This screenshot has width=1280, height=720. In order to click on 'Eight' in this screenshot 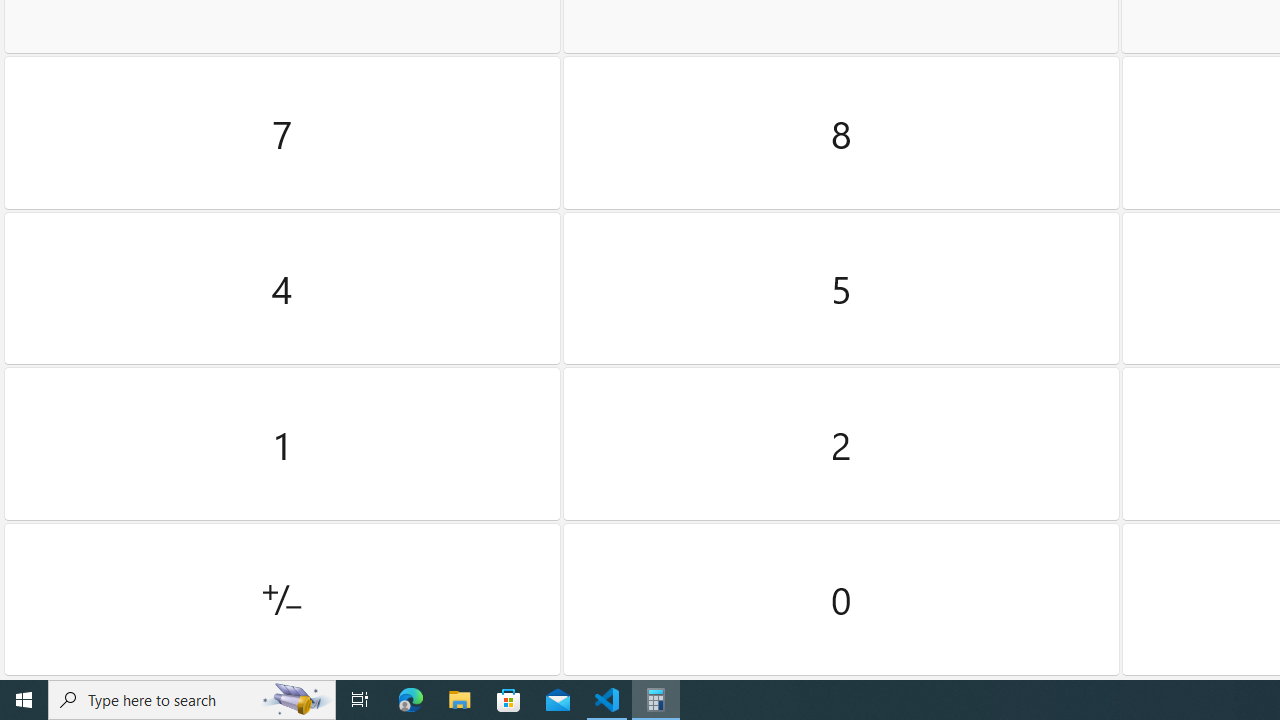, I will do `click(841, 133)`.